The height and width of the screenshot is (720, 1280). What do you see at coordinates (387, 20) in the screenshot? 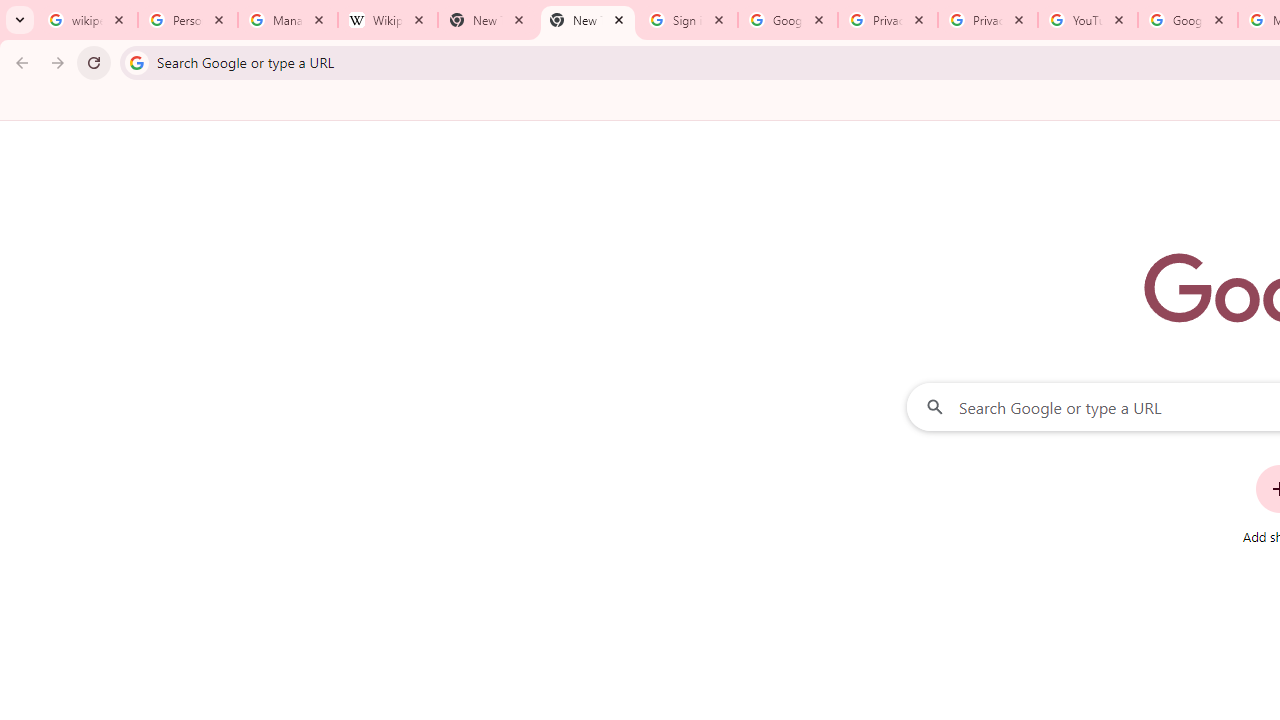
I see `'Wikipedia:Edit requests - Wikipedia'` at bounding box center [387, 20].